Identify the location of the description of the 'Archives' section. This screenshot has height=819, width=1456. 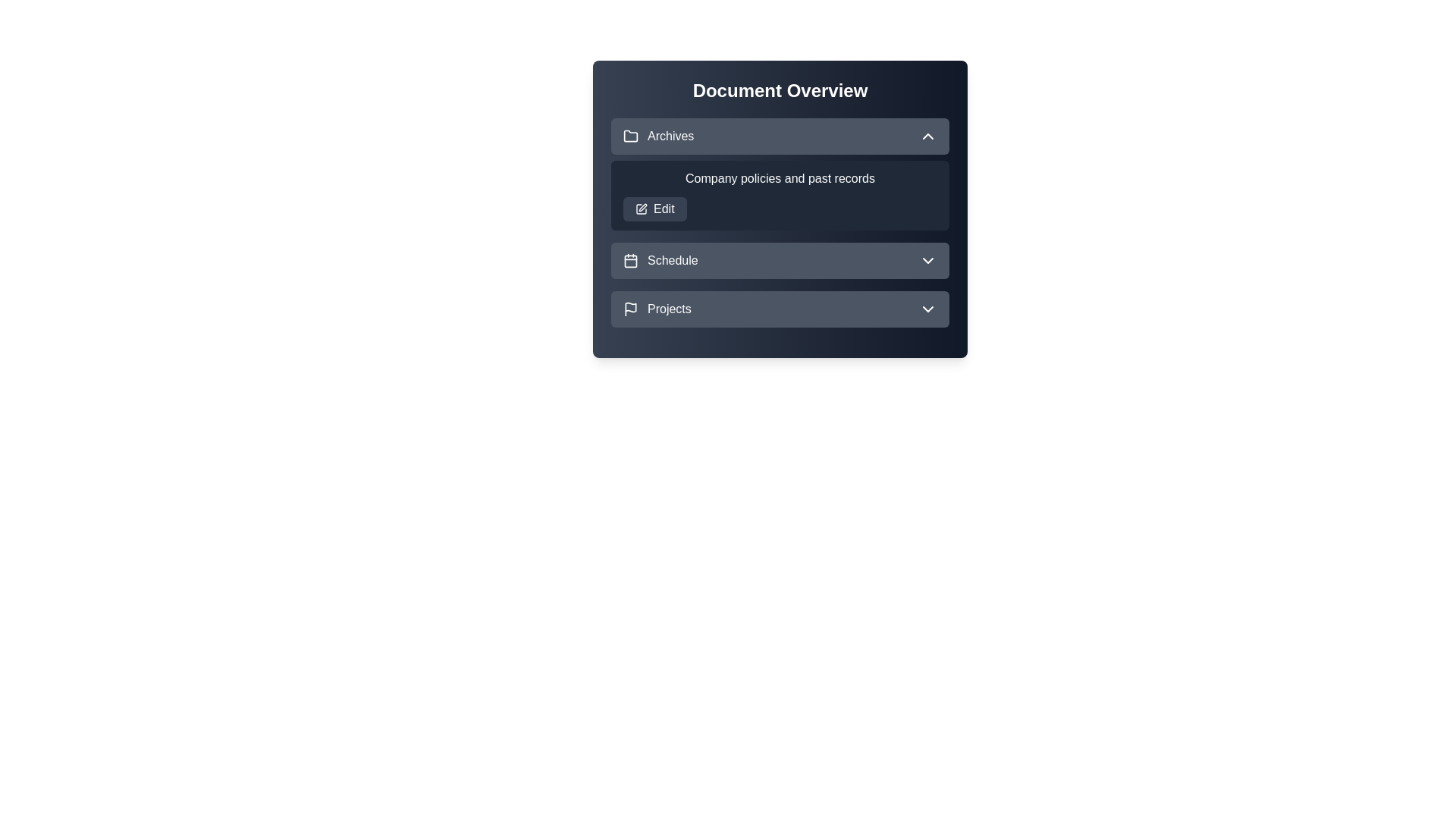
(780, 195).